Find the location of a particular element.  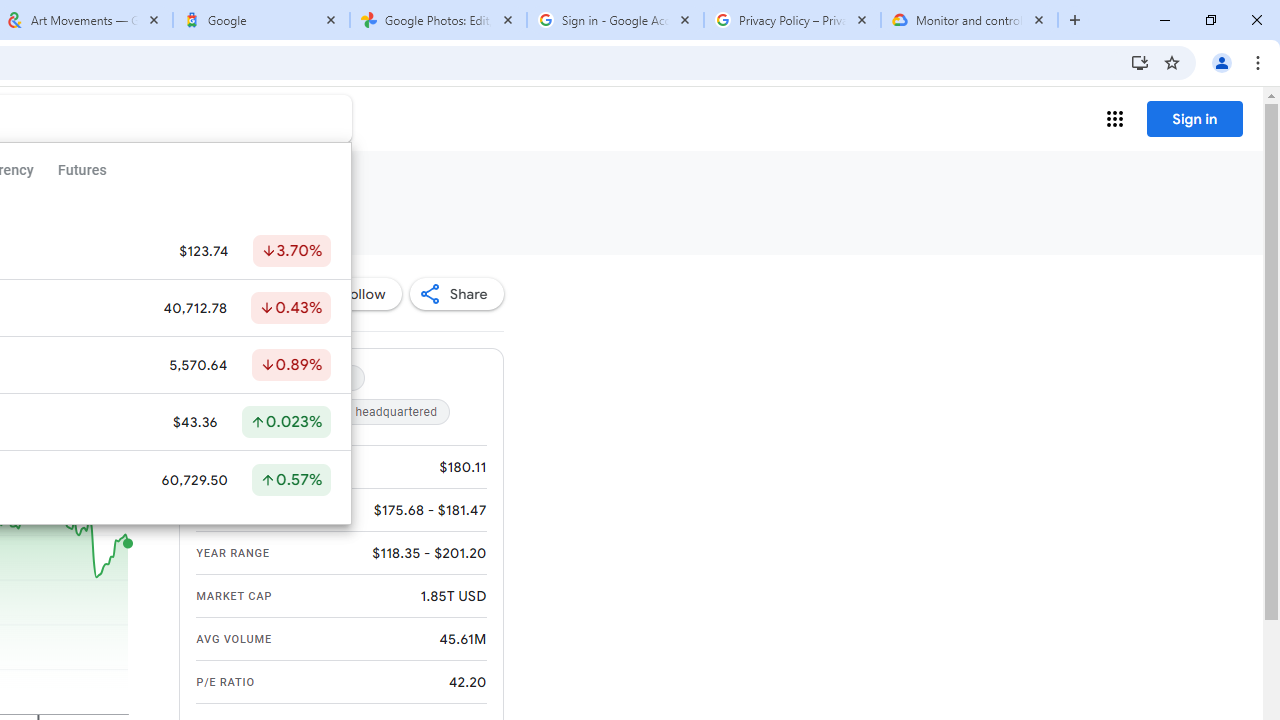

'Google' is located at coordinates (260, 20).